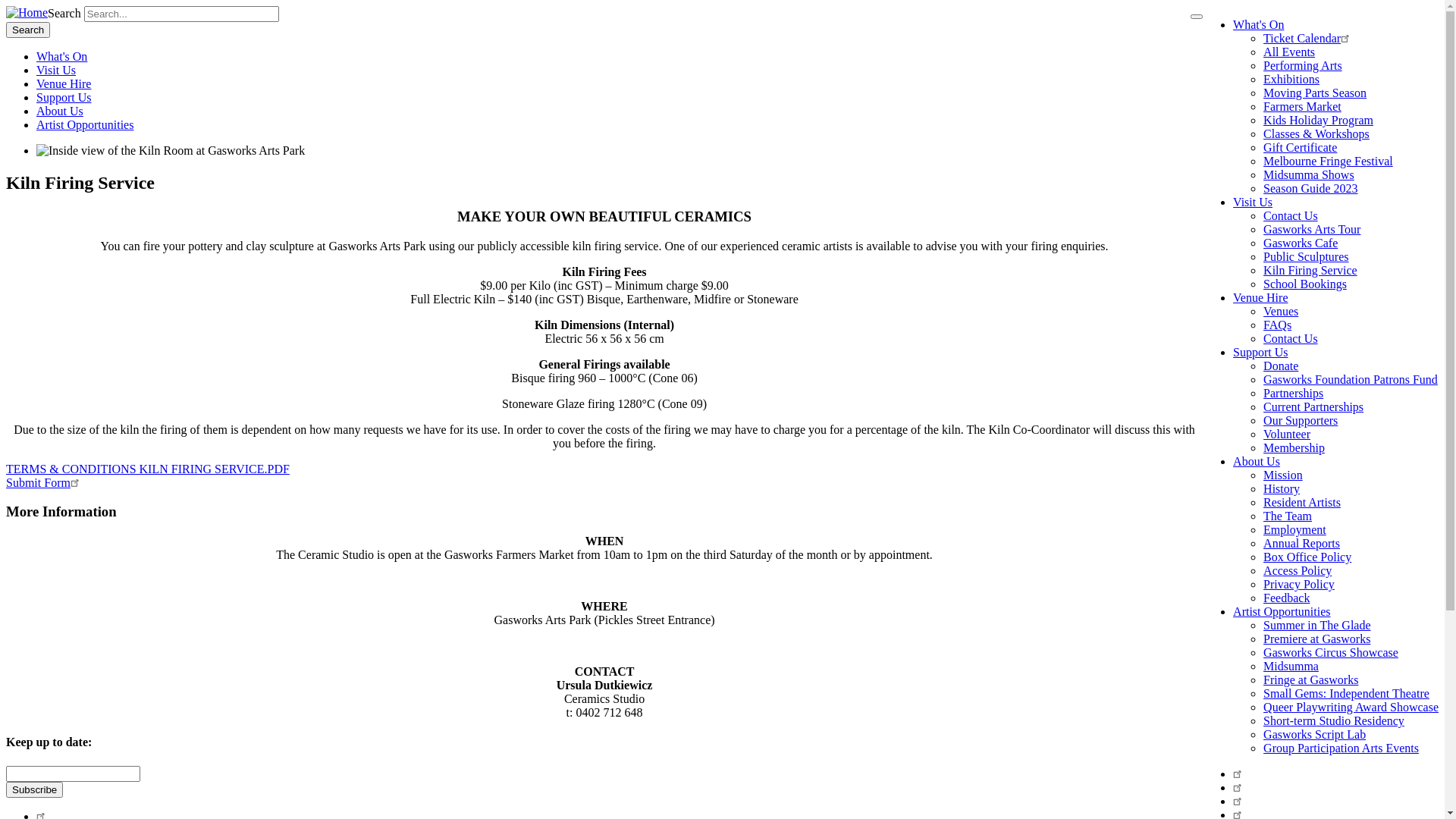  I want to click on 'Submit Form(link is external)', so click(44, 482).